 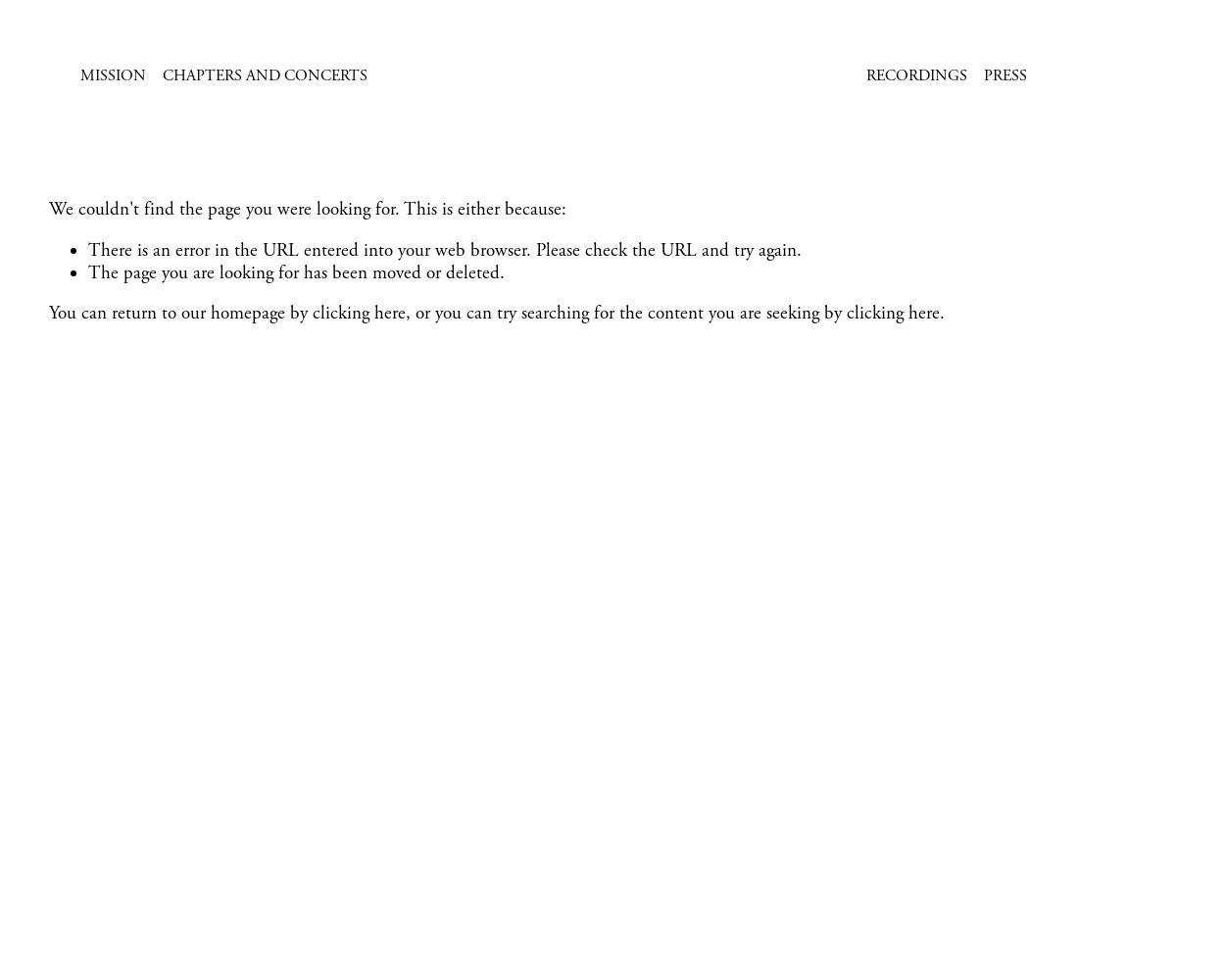 I want to click on 'You can return to our homepage by', so click(x=180, y=313).